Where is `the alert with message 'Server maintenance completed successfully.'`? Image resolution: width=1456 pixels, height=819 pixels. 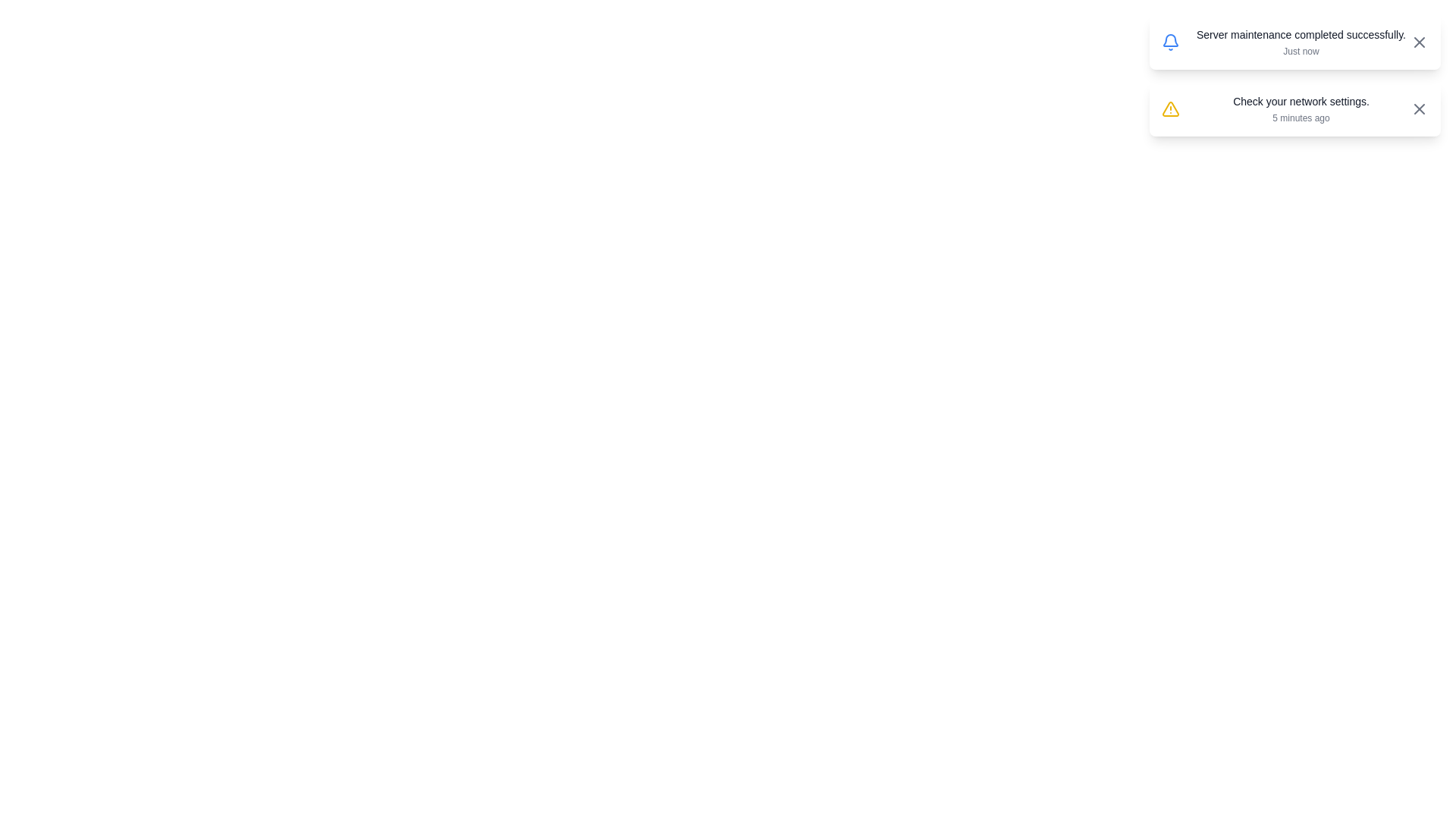 the alert with message 'Server maintenance completed successfully.' is located at coordinates (1294, 42).